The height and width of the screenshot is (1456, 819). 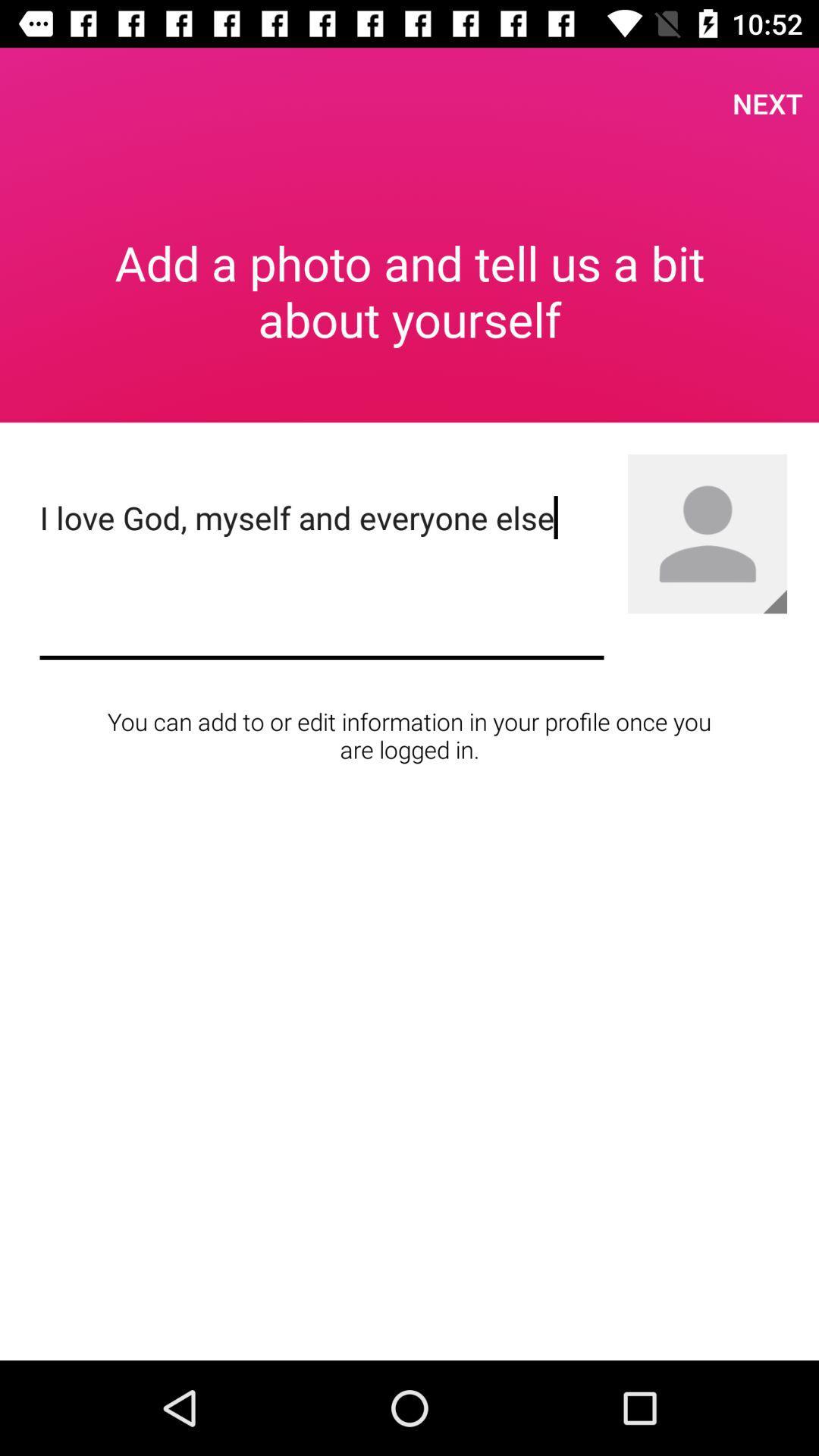 I want to click on change profile pic, so click(x=775, y=601).